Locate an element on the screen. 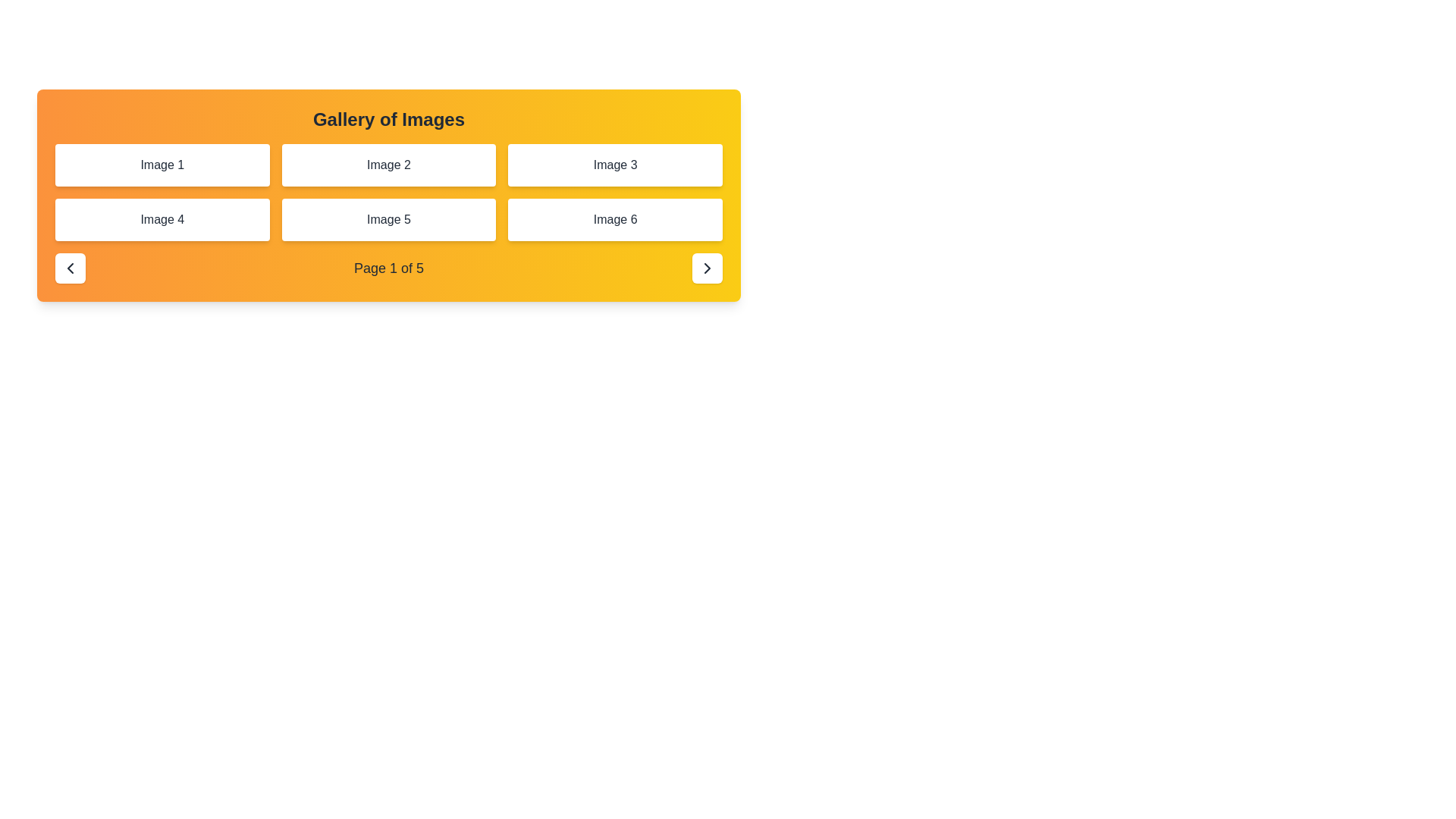  the circular navigation button with a white background and a black leftward chevron icon is located at coordinates (69, 268).